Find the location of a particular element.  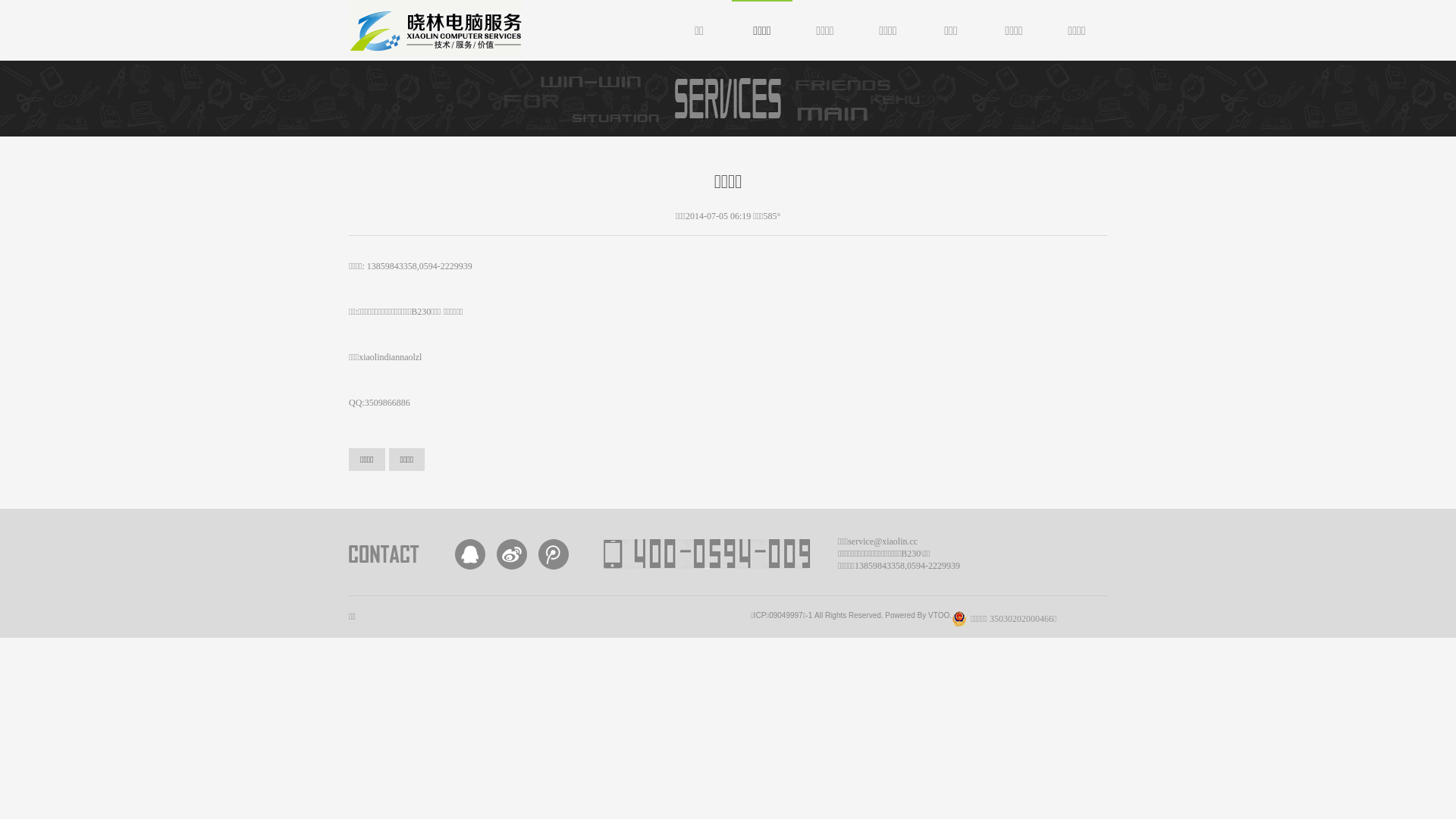

'service@xiaolin.cc' is located at coordinates (882, 540).